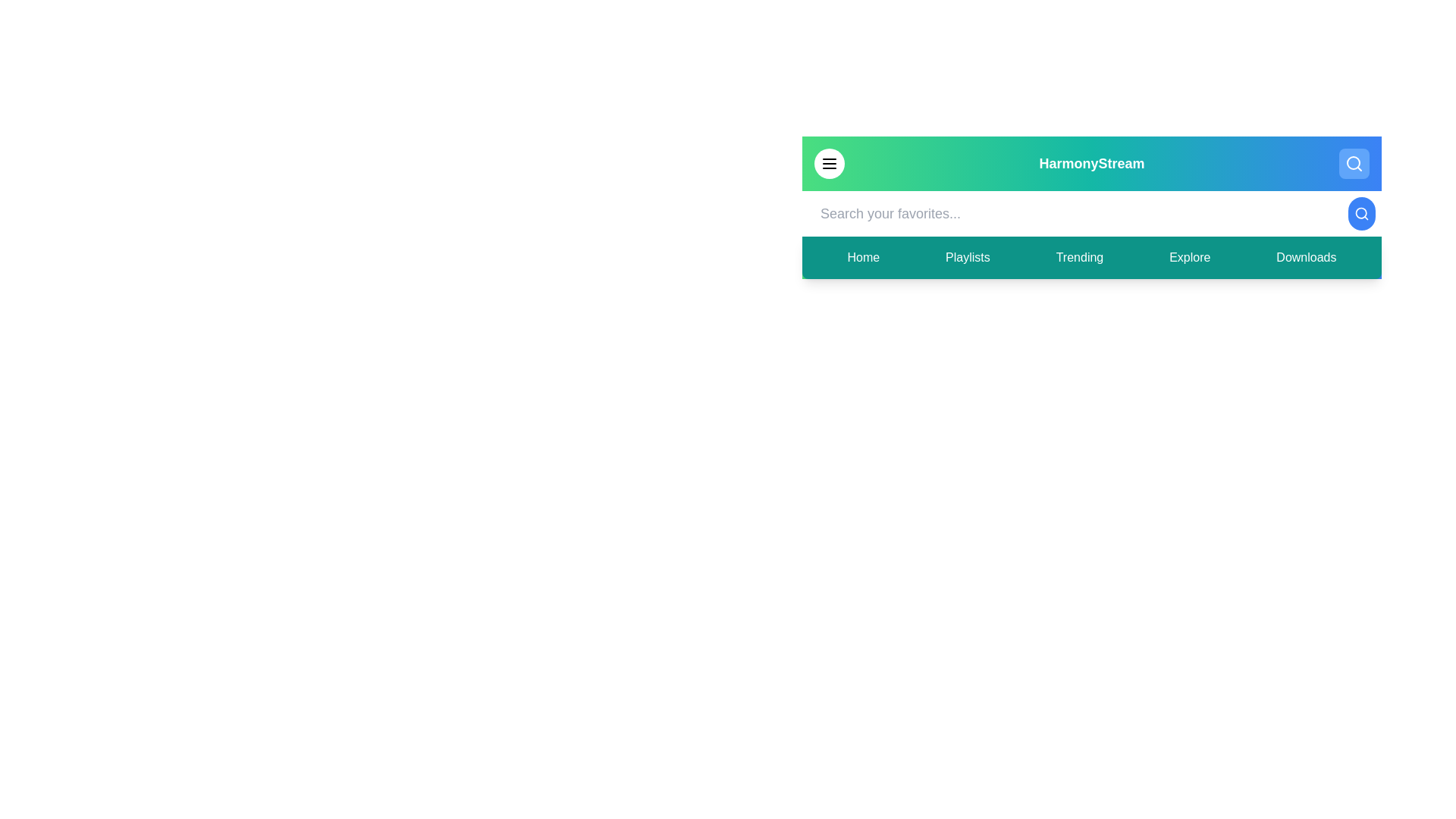 This screenshot has height=819, width=1456. I want to click on the navigation menu item corresponding to Trending, so click(1079, 256).